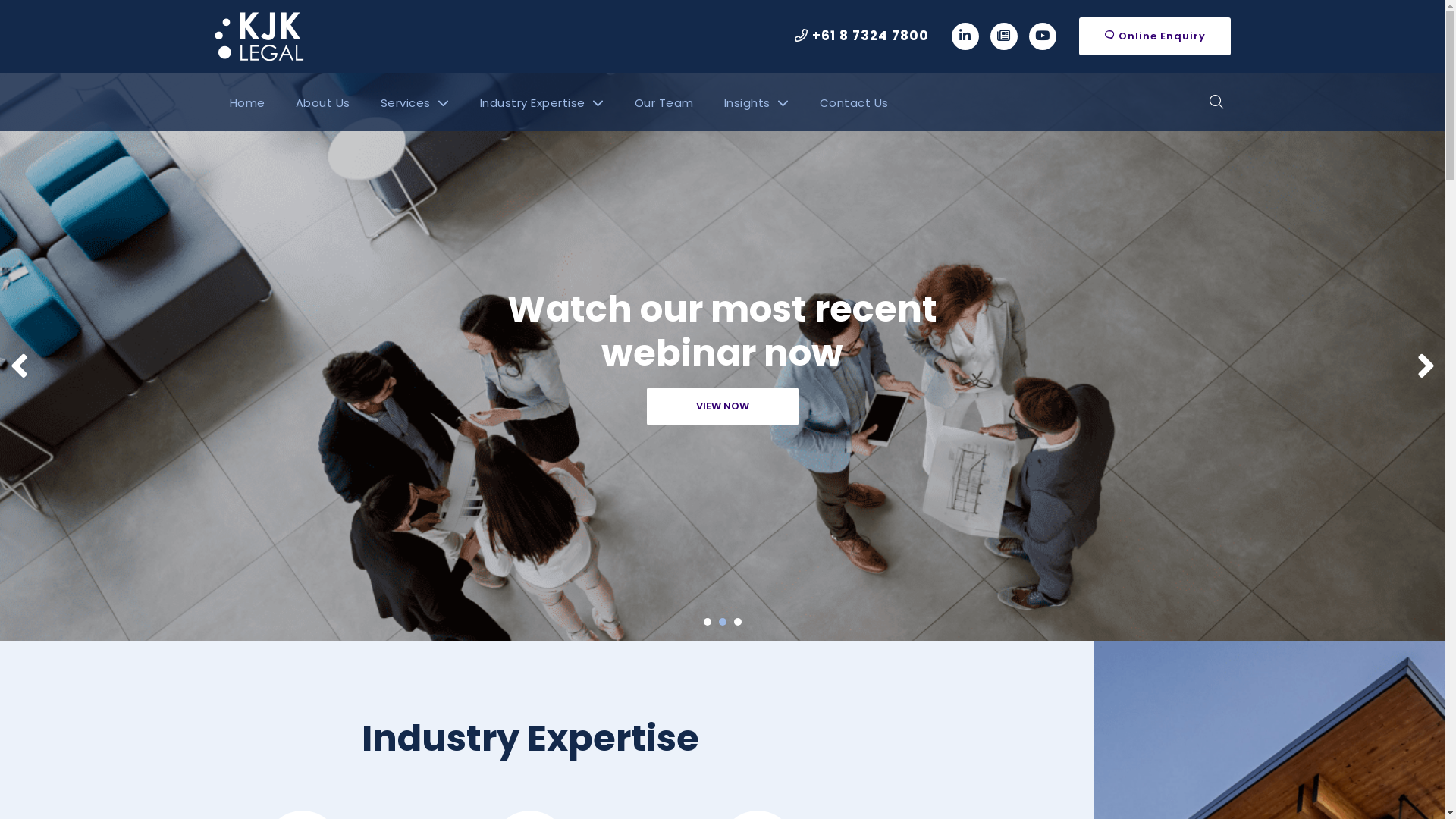 This screenshot has height=819, width=1456. I want to click on '3', so click(738, 622).